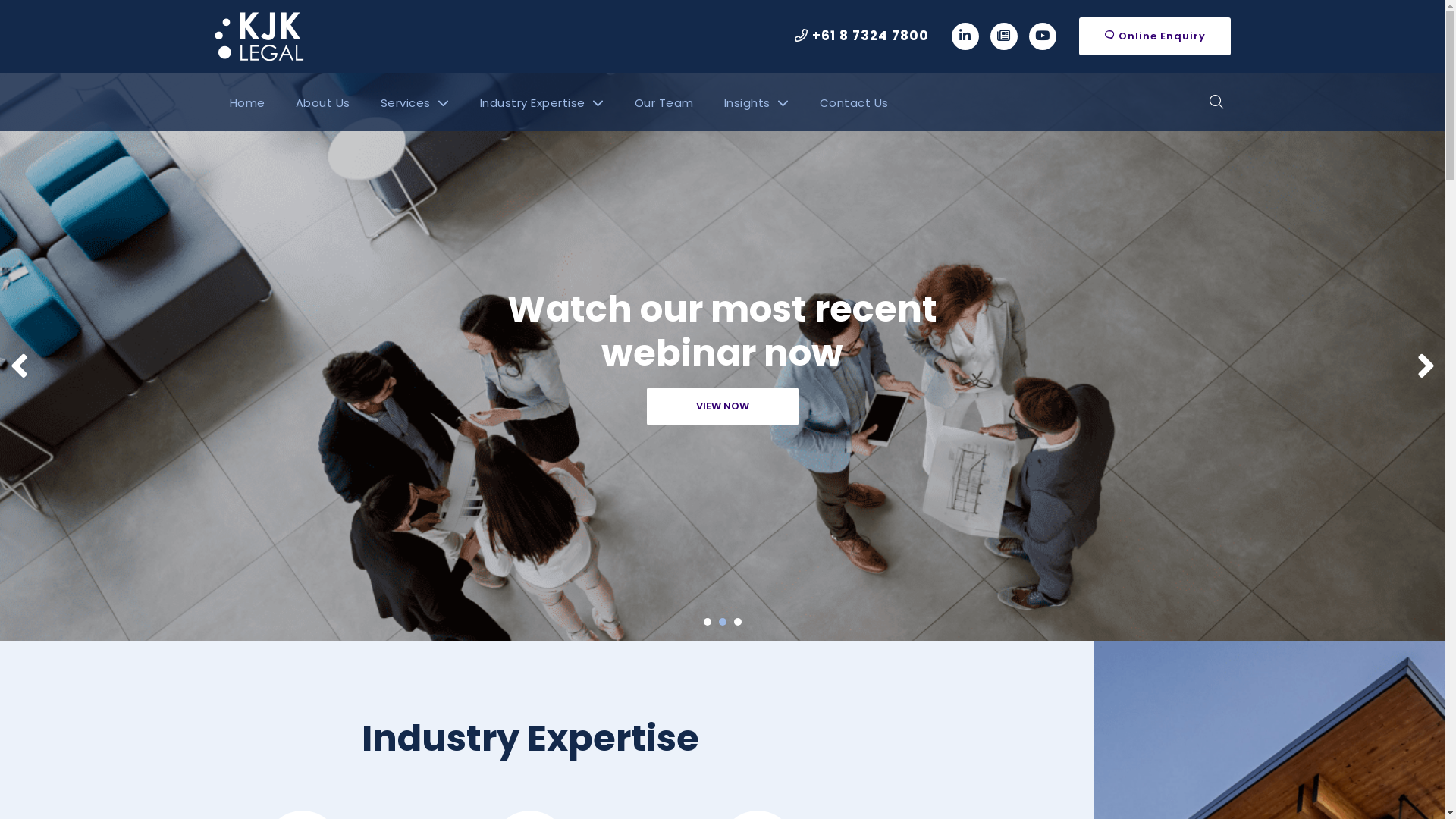 This screenshot has height=819, width=1456. I want to click on '3', so click(738, 622).